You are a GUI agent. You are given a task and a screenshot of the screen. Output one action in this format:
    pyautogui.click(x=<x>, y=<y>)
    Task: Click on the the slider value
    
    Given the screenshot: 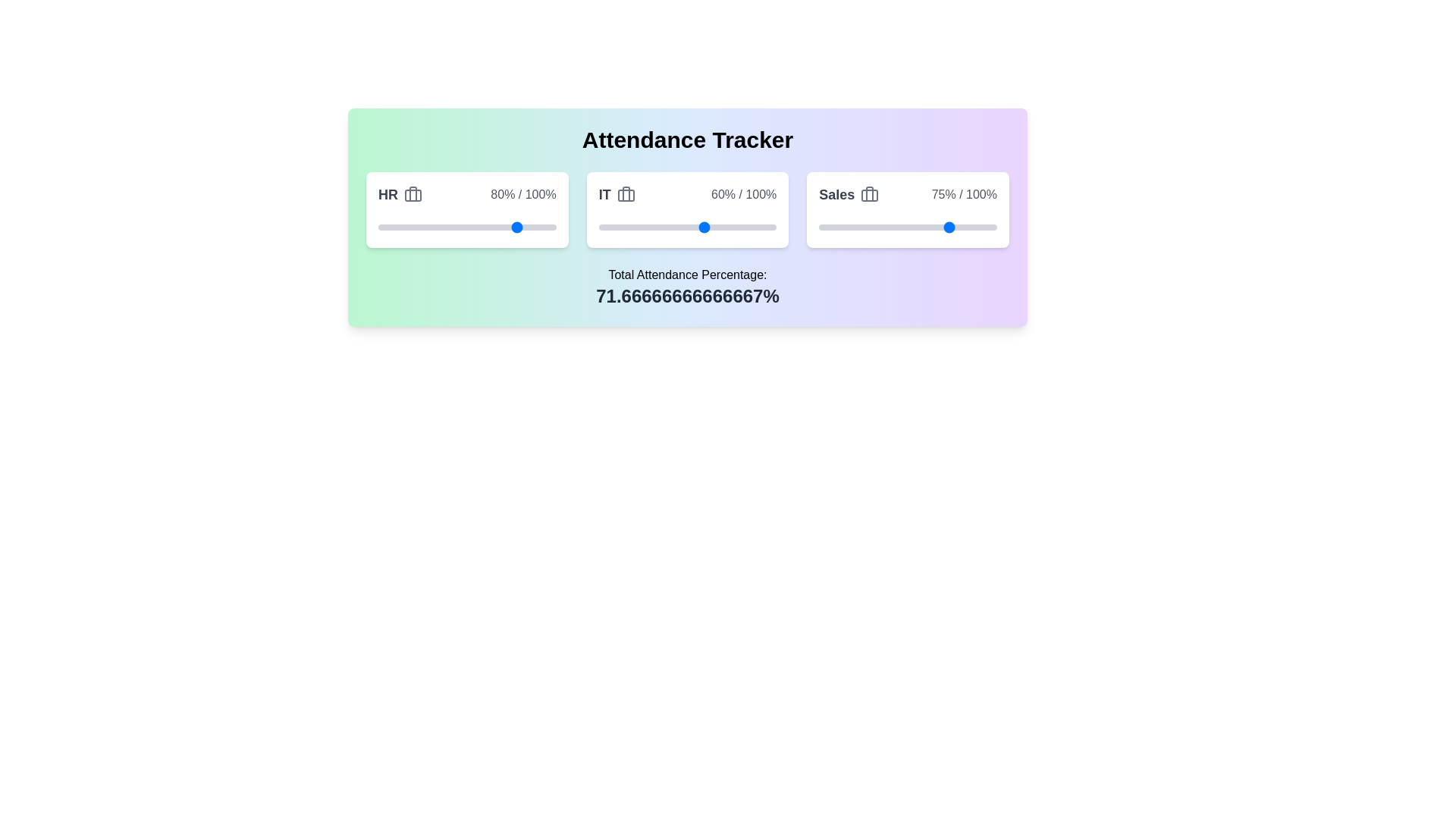 What is the action you would take?
    pyautogui.click(x=605, y=227)
    